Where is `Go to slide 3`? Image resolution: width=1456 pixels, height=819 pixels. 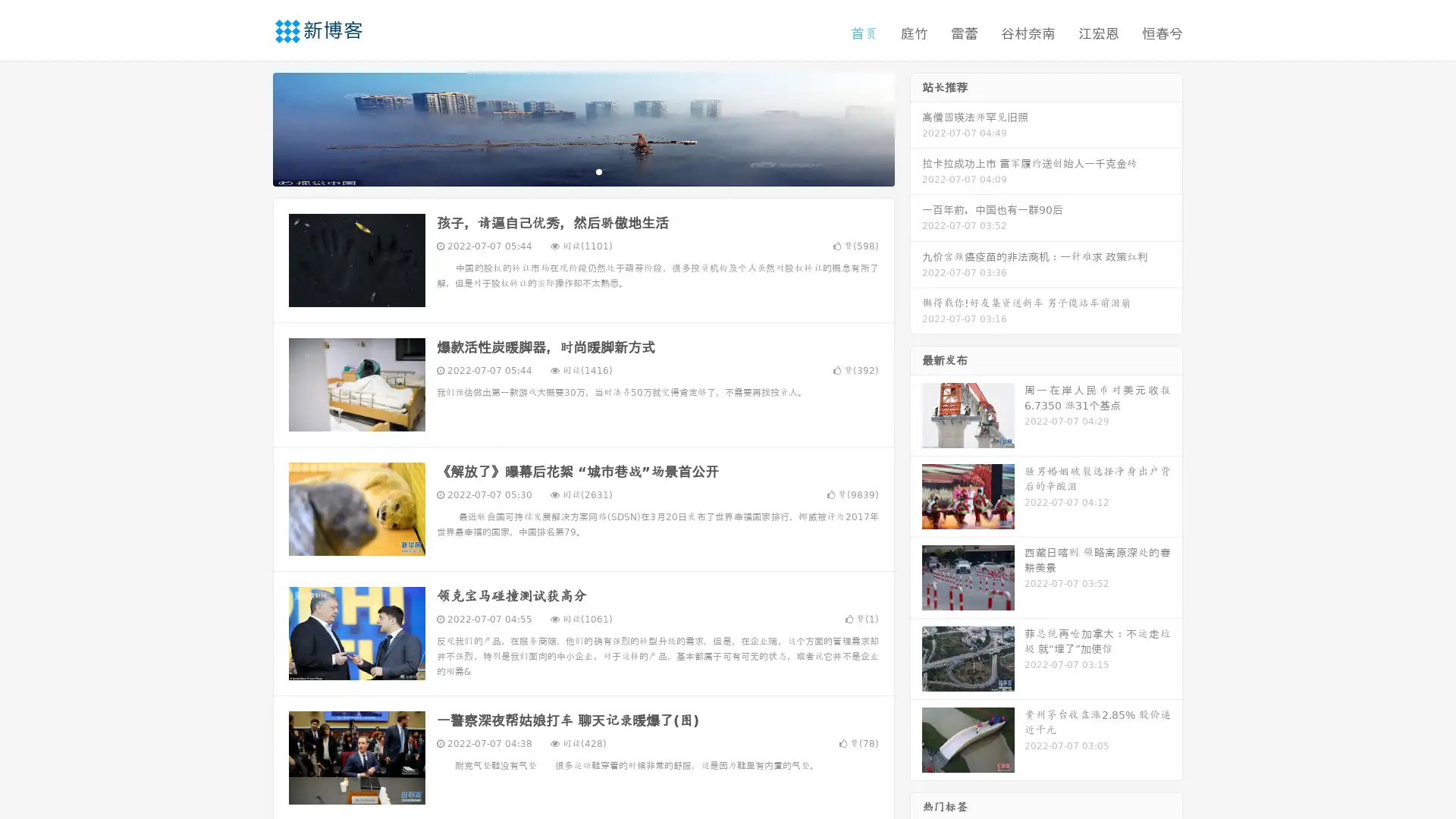 Go to slide 3 is located at coordinates (598, 171).